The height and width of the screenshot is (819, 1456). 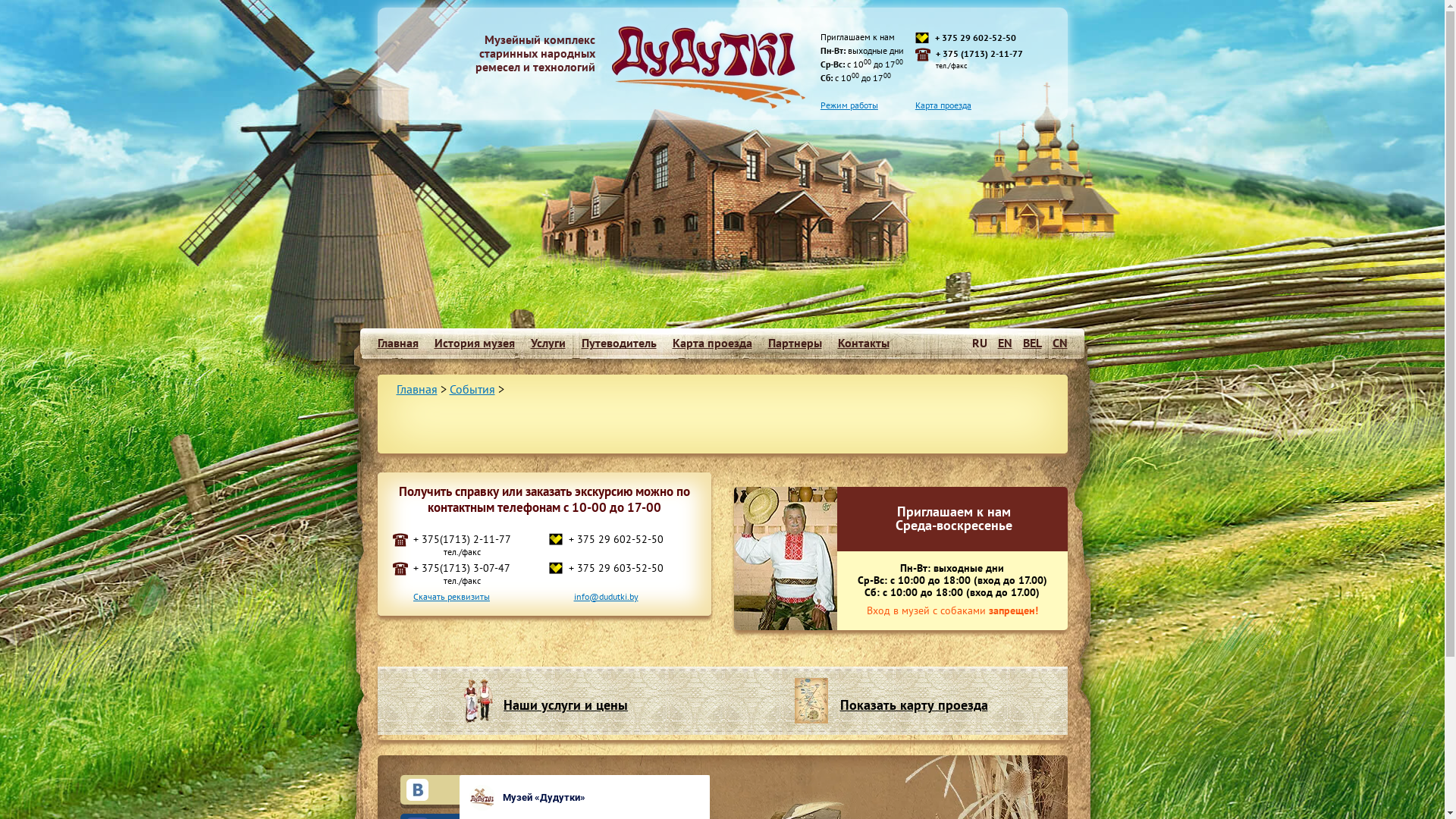 I want to click on 'EN', so click(x=1005, y=342).